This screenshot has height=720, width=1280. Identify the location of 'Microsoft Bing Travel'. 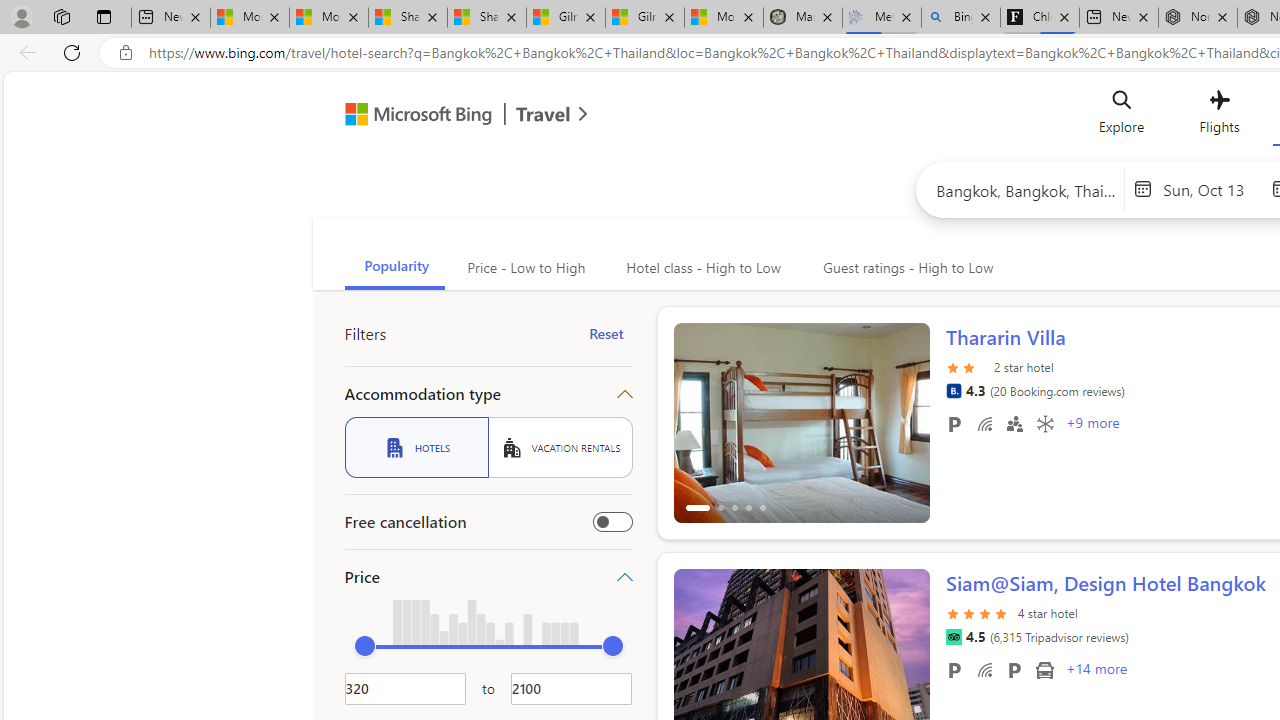
(444, 117).